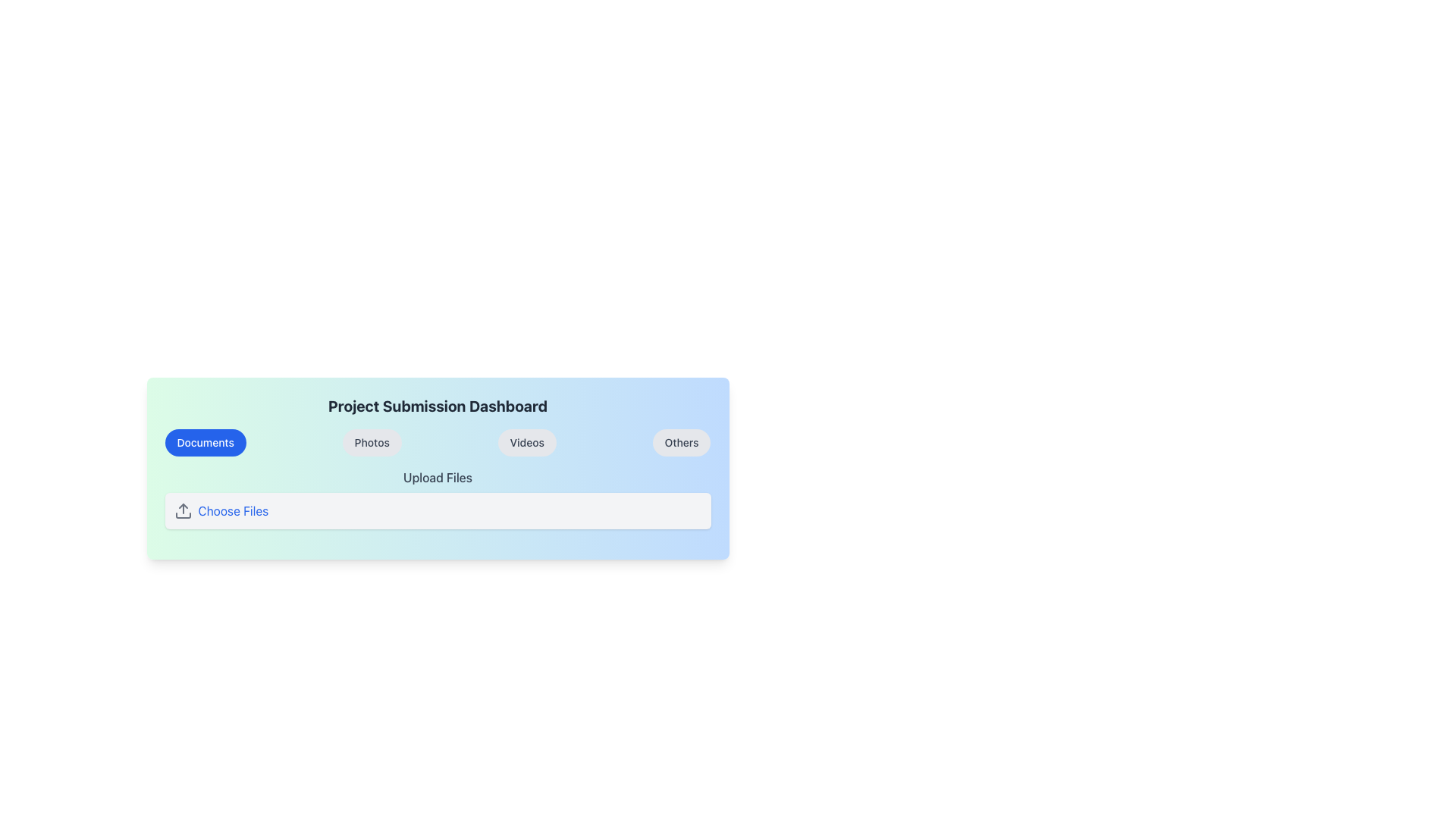 The image size is (1456, 819). What do you see at coordinates (437, 476) in the screenshot?
I see `text content of the label that serves as a heading for the file upload section, positioned directly above the 'Choose Files' button` at bounding box center [437, 476].